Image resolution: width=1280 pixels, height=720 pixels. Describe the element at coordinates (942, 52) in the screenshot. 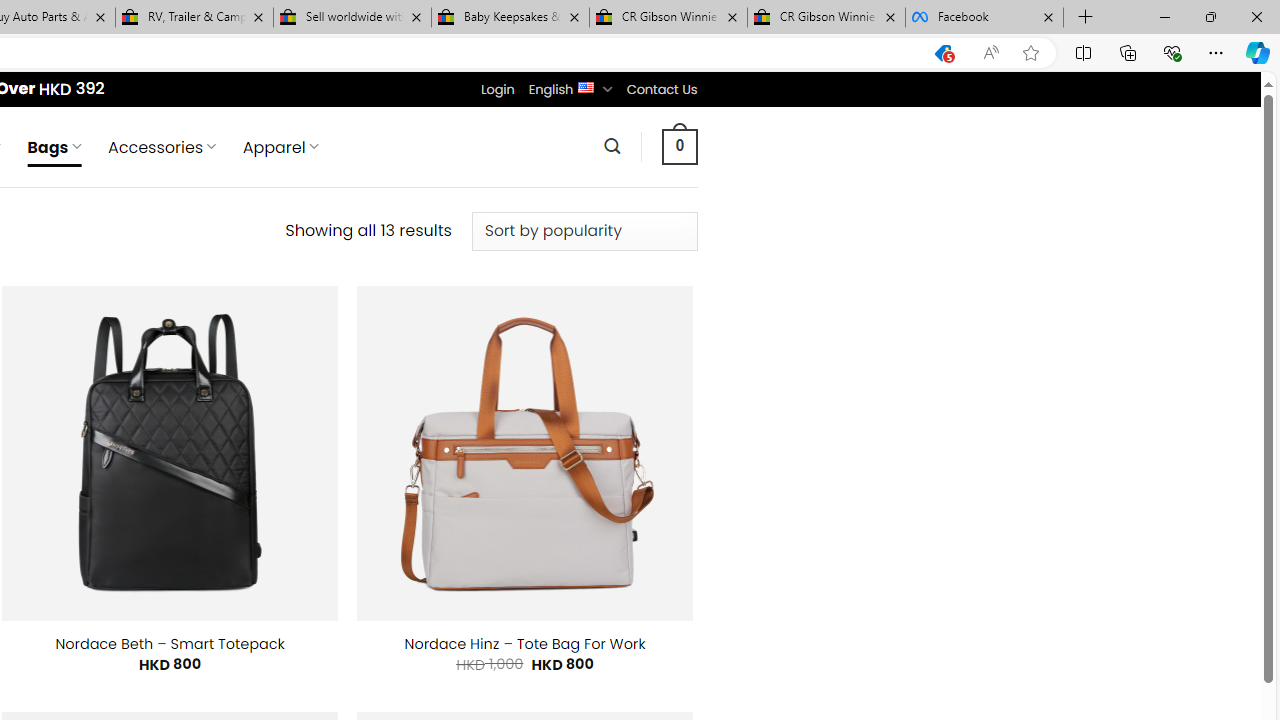

I see `'This site has coupons! Shopping in Microsoft Edge, 5'` at that location.